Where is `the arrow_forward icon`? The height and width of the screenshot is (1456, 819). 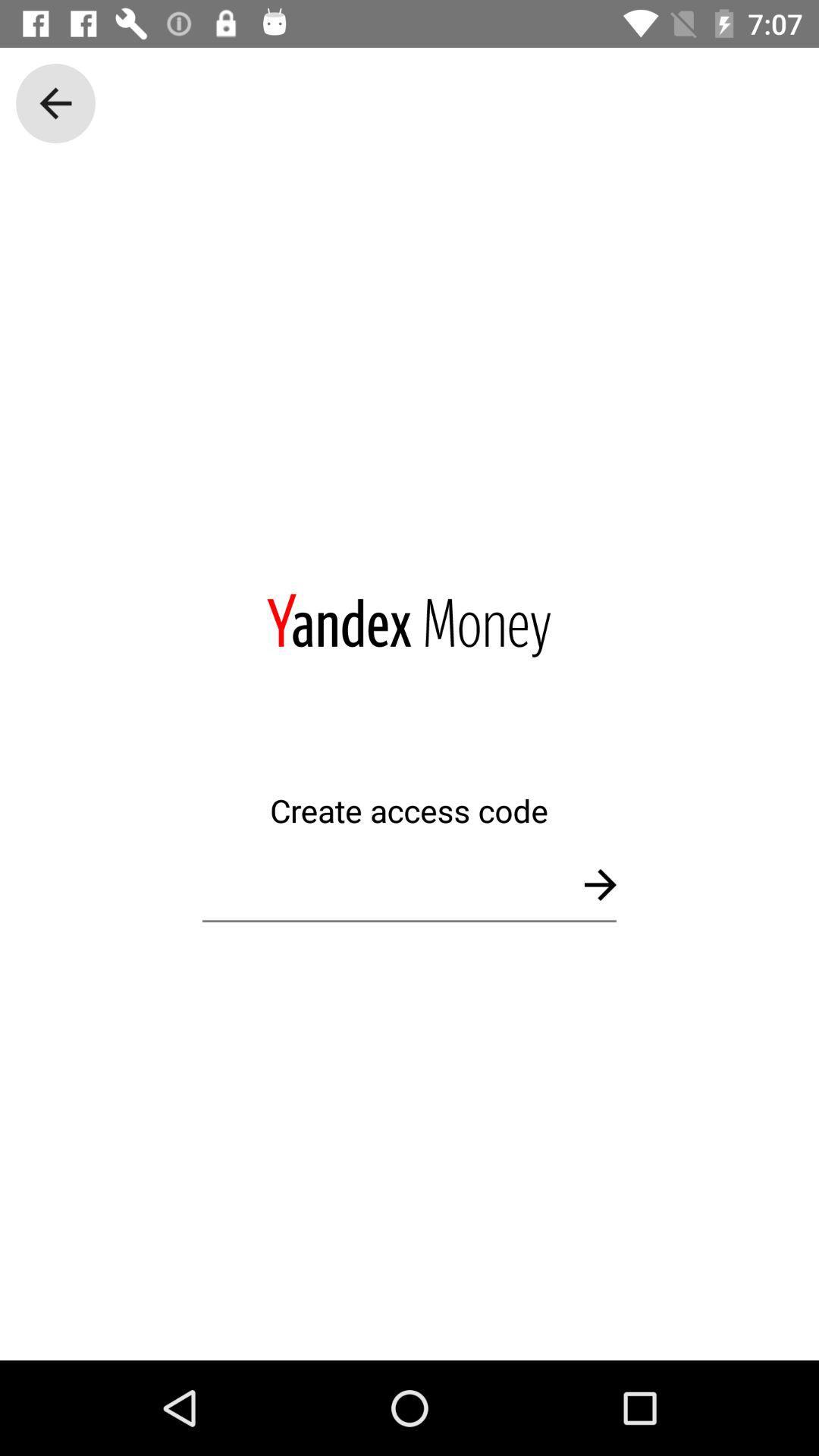 the arrow_forward icon is located at coordinates (599, 884).